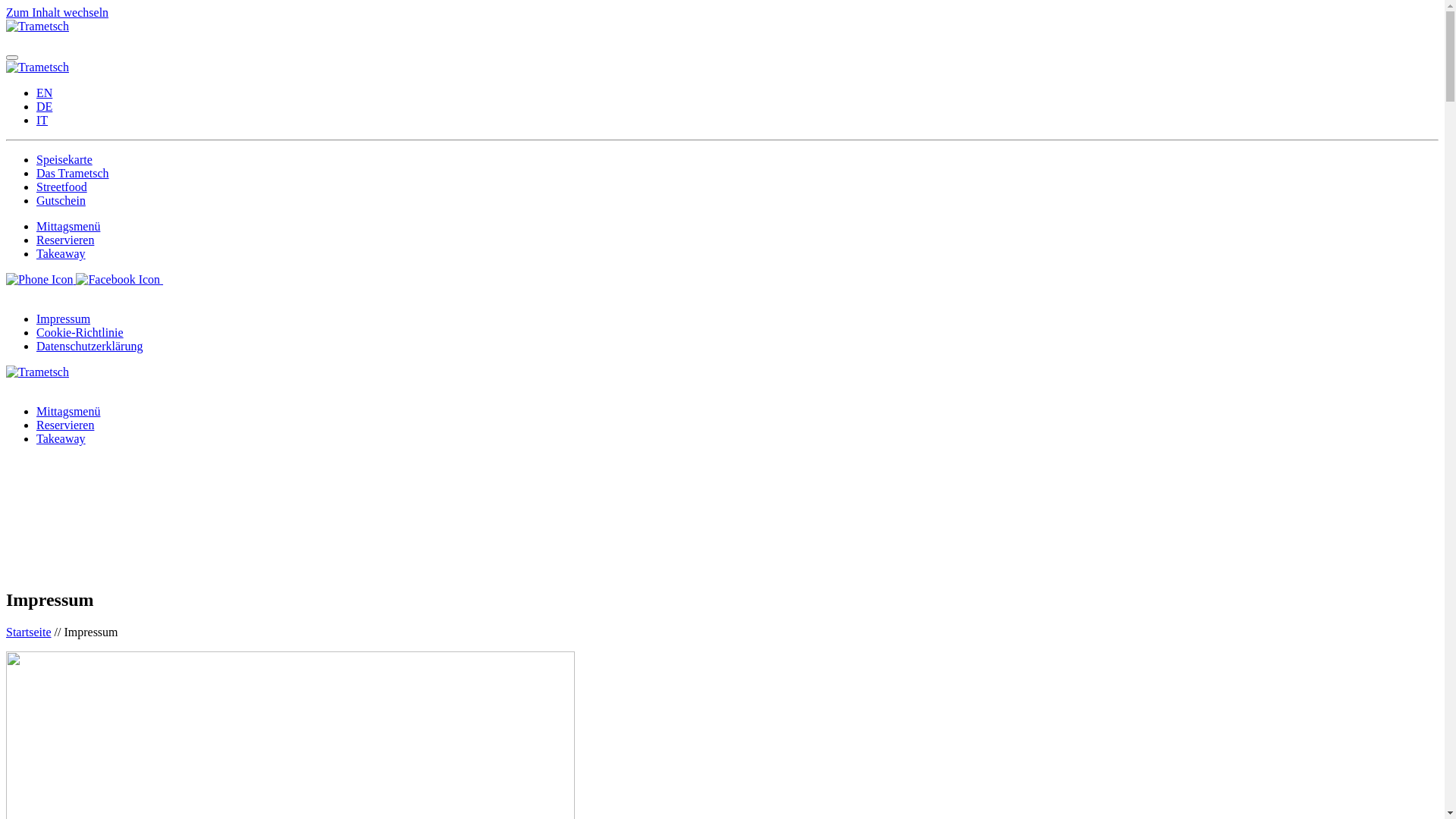 Image resolution: width=1456 pixels, height=819 pixels. I want to click on 'EN', so click(36, 93).